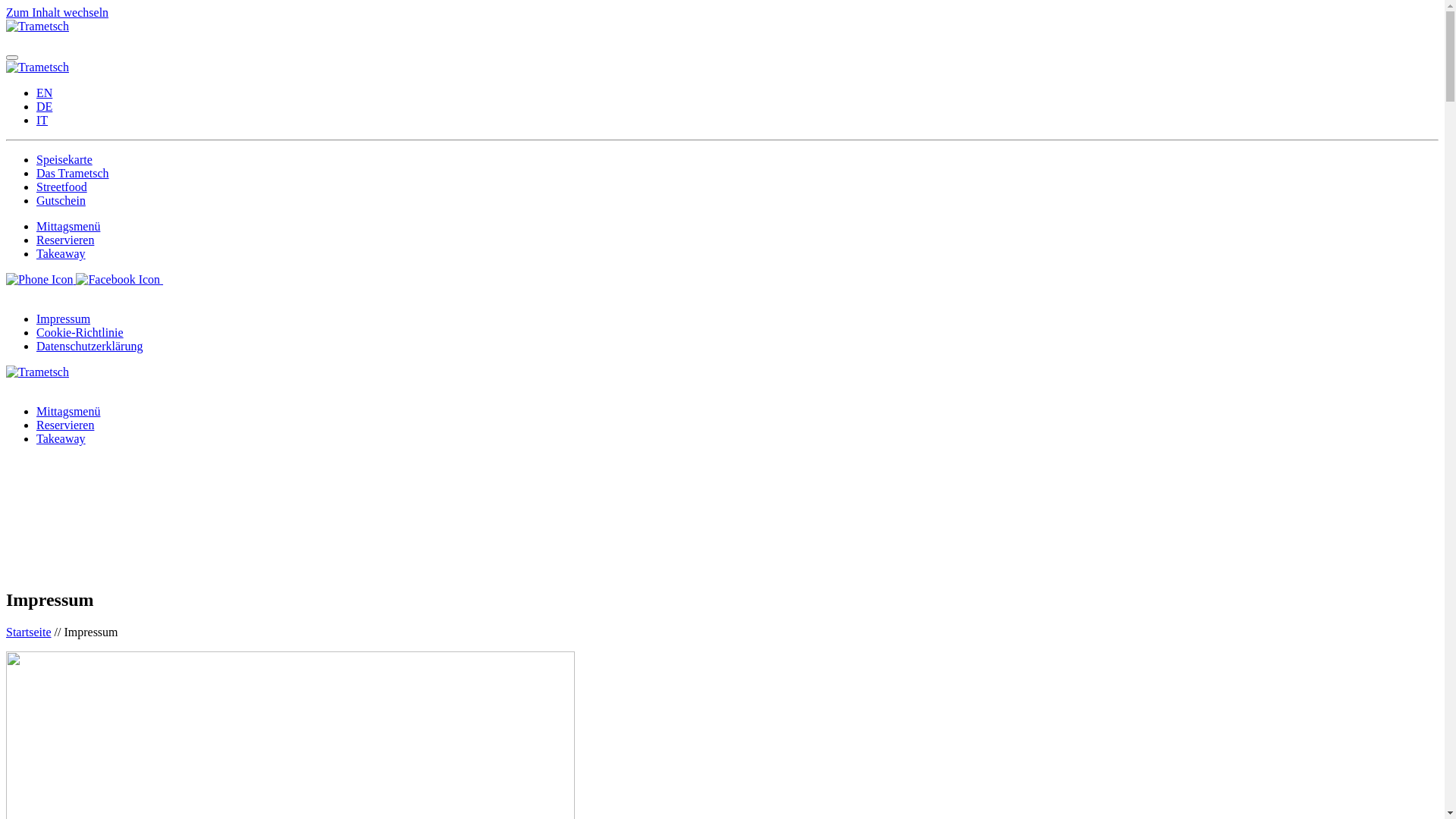 Image resolution: width=1456 pixels, height=819 pixels. I want to click on 'EN', so click(36, 93).